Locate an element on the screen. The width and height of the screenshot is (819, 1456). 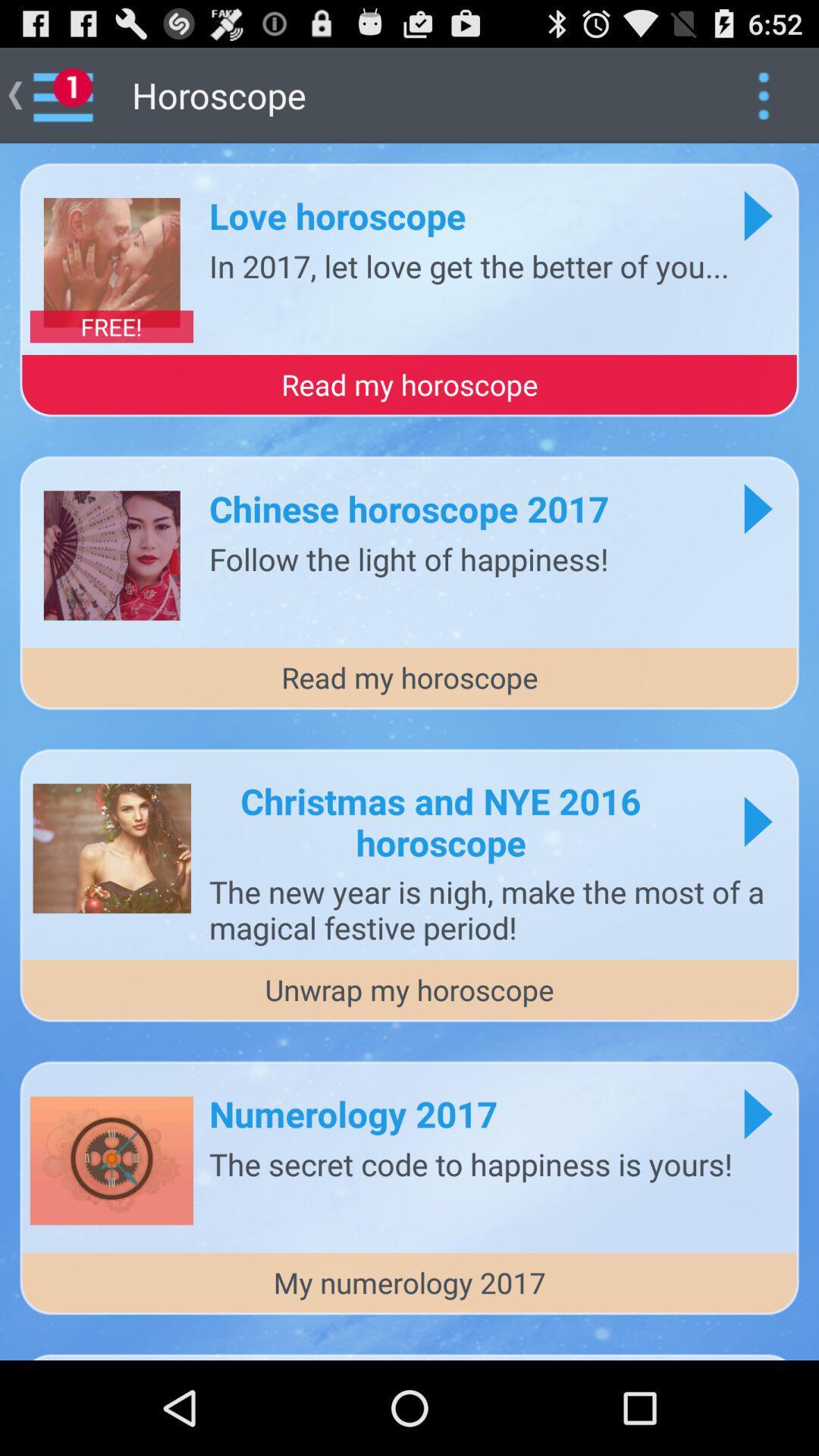
the the new year app is located at coordinates (496, 909).